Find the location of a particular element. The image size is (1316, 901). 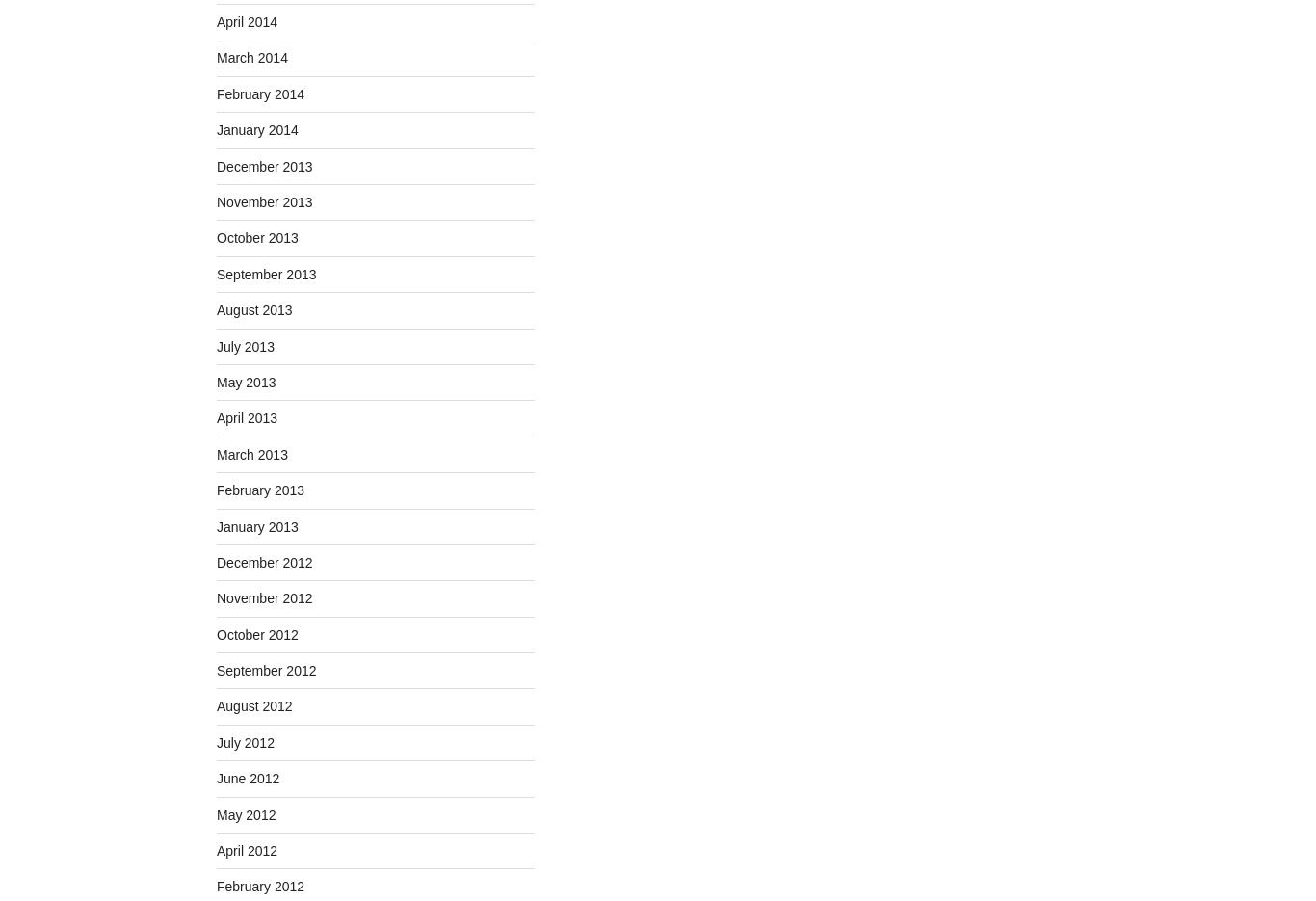

'April 2014' is located at coordinates (247, 21).